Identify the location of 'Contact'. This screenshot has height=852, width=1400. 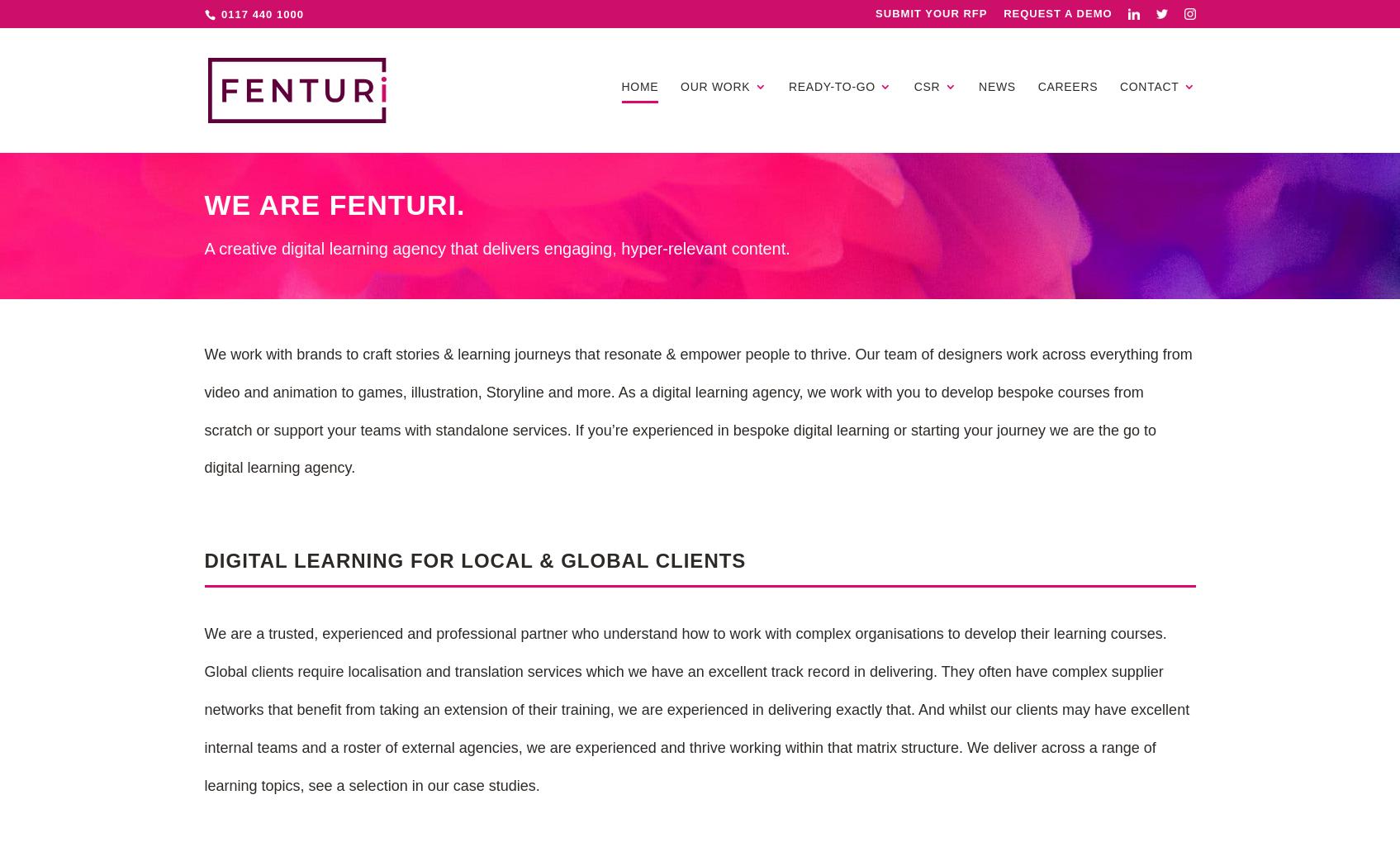
(1118, 85).